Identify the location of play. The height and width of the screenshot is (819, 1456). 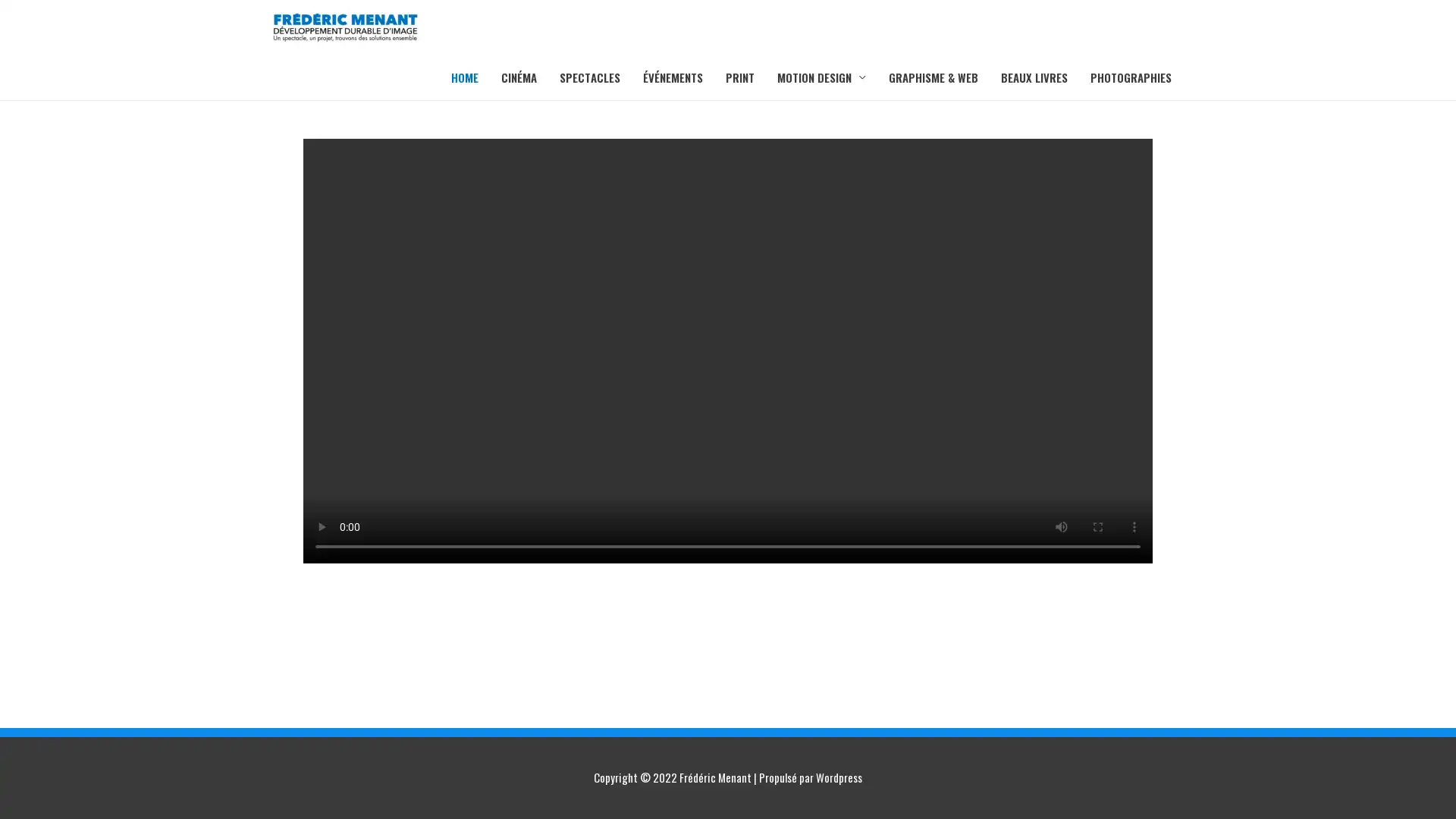
(320, 526).